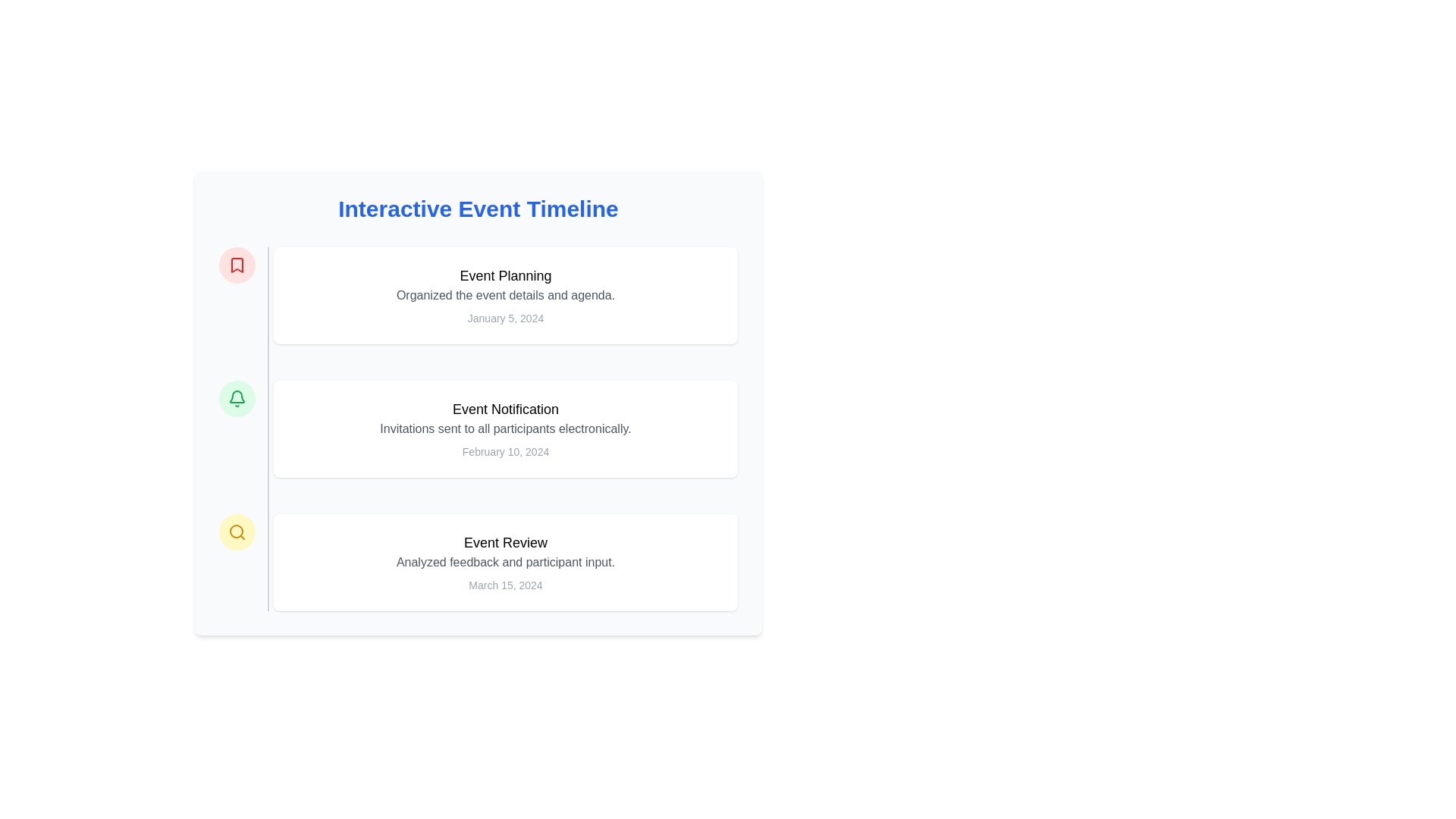 The height and width of the screenshot is (819, 1456). What do you see at coordinates (236, 396) in the screenshot?
I see `the bell-shaped notification icon with a smooth green outline located in the sidebar, near the 'Event Notification' list item` at bounding box center [236, 396].